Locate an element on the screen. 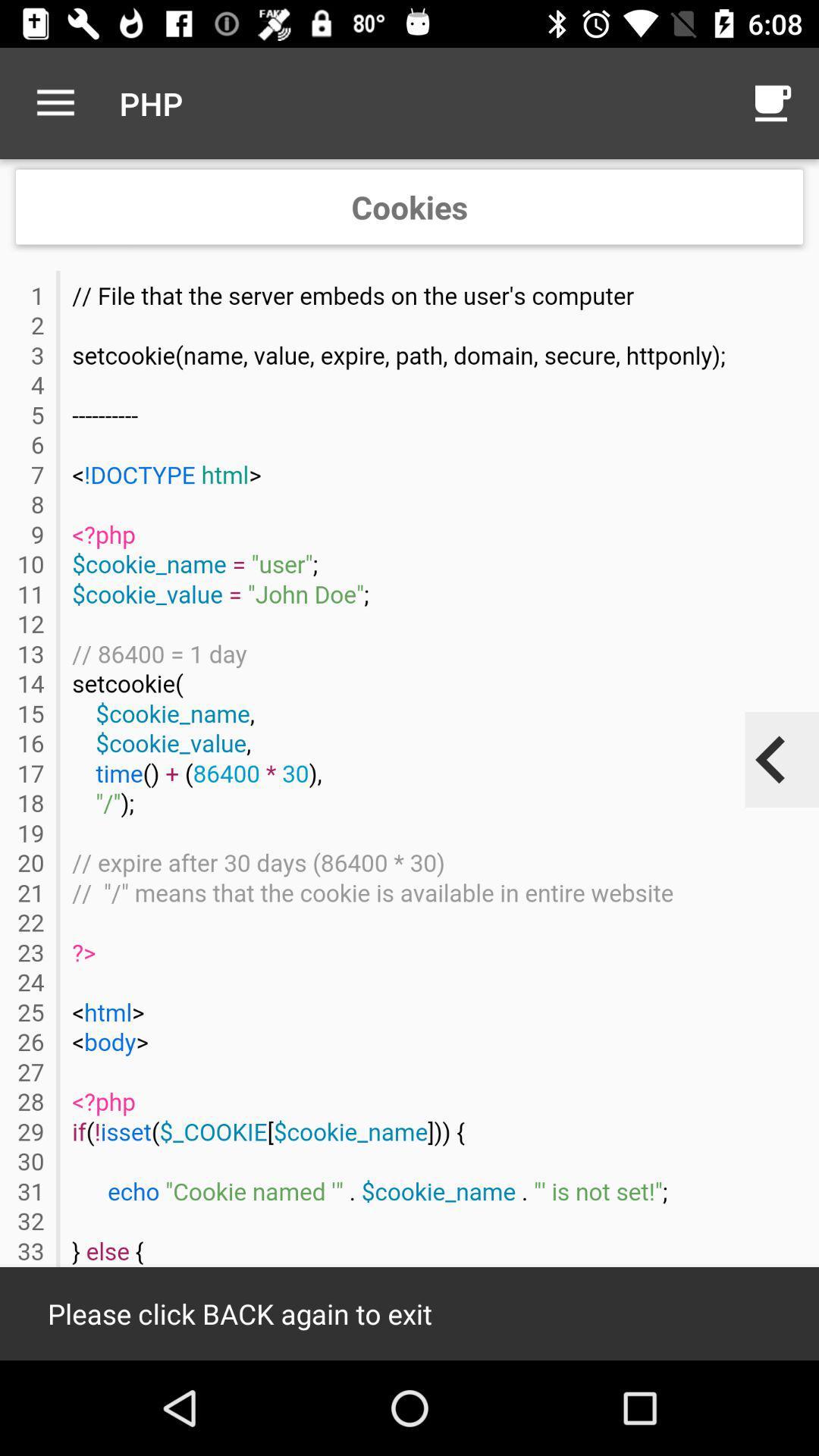 Image resolution: width=819 pixels, height=1456 pixels. go back is located at coordinates (771, 760).